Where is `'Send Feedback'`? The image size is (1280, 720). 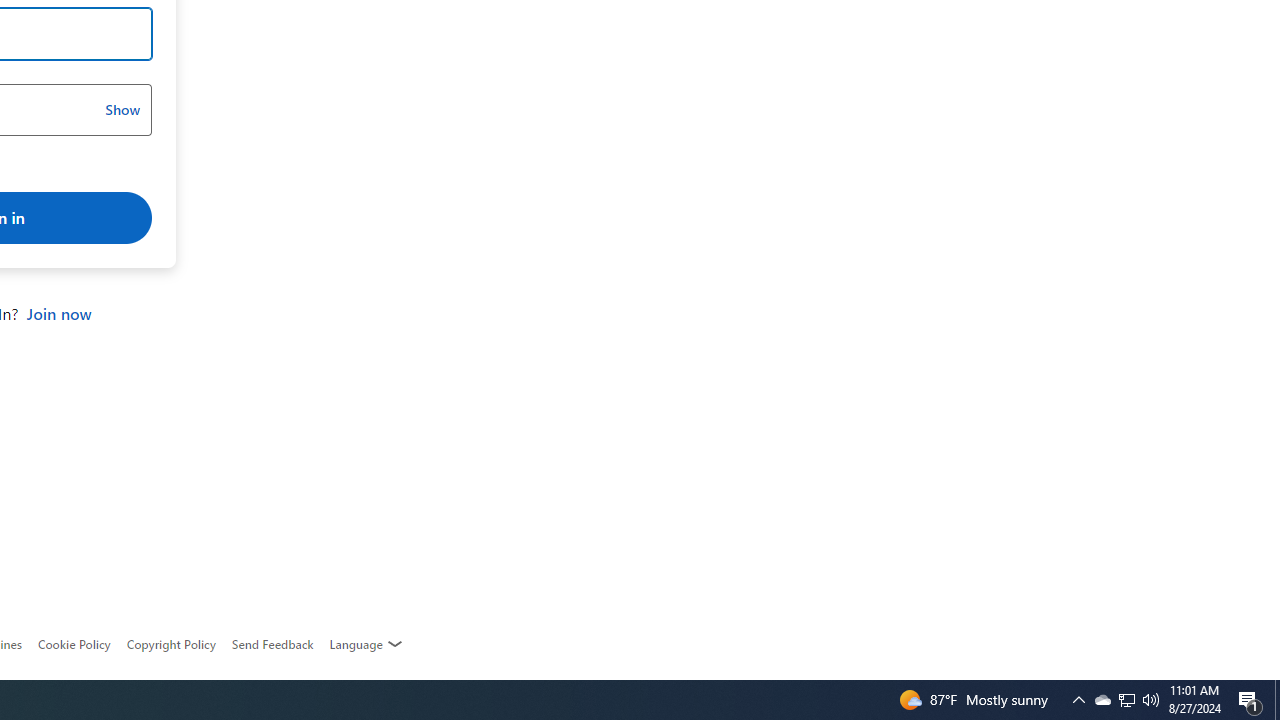 'Send Feedback' is located at coordinates (271, 644).